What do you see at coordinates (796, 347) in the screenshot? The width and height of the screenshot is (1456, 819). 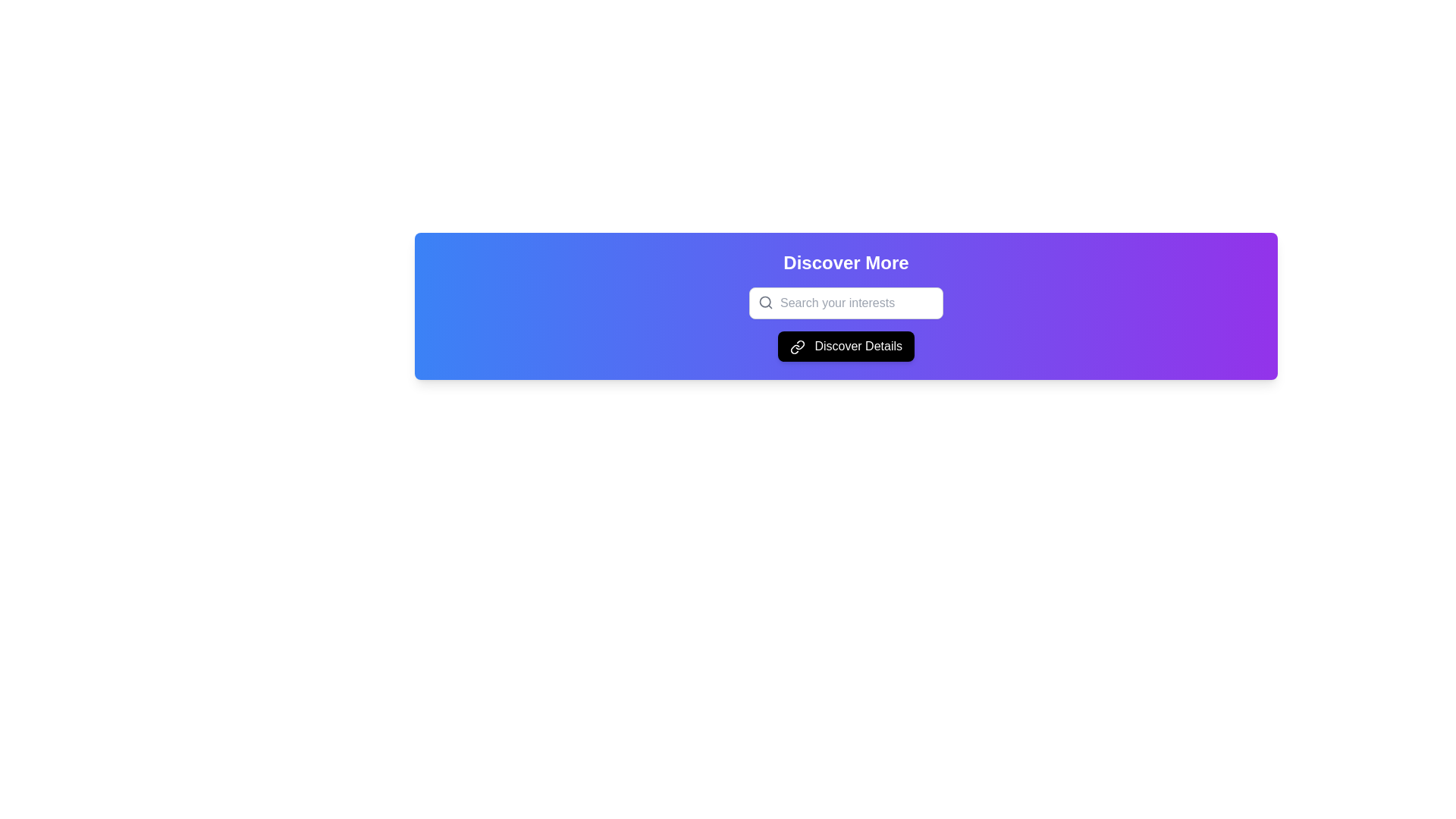 I see `the link icon located to the left of the 'Discover Details' text within a clickable button` at bounding box center [796, 347].